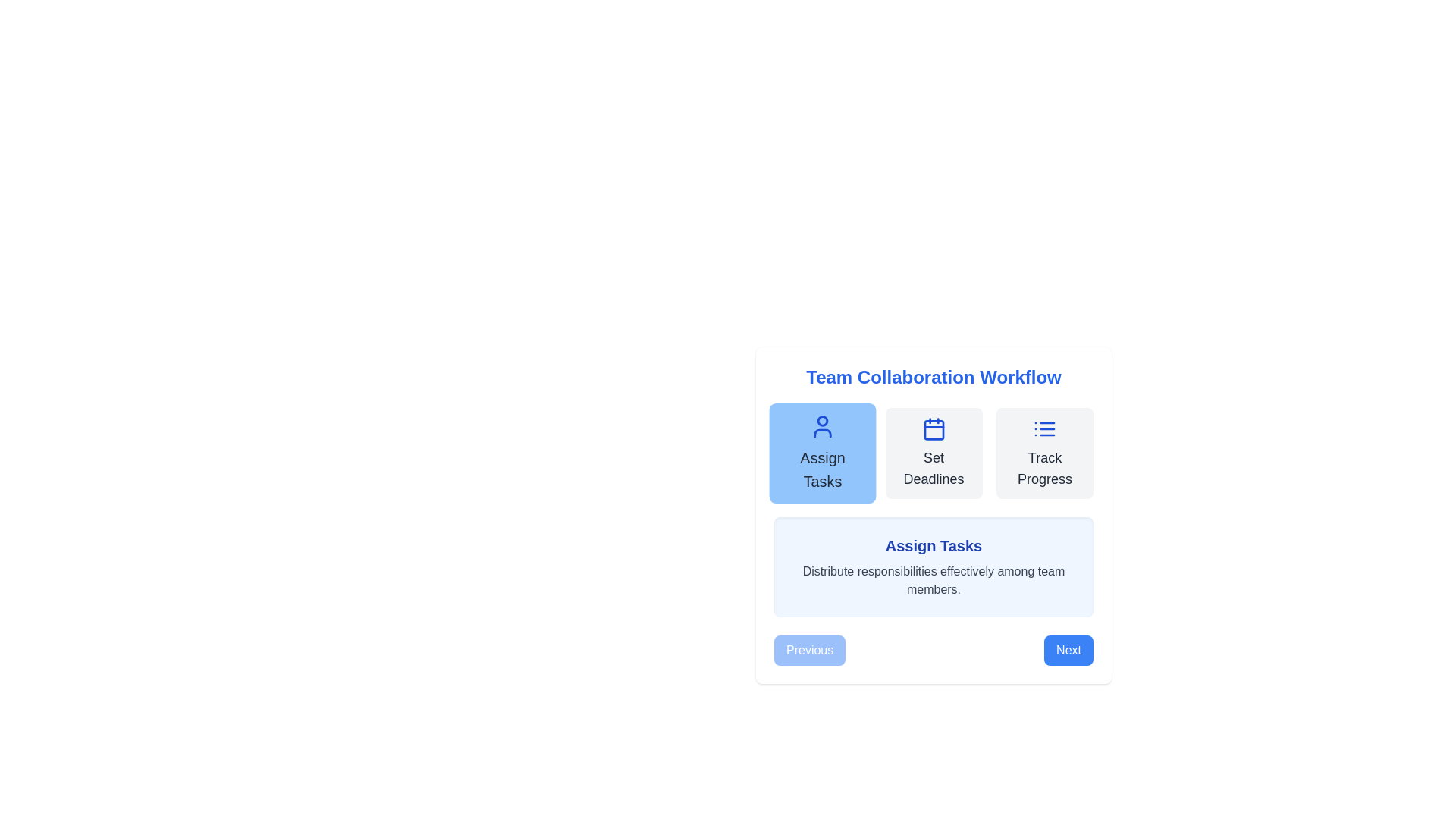 This screenshot has height=819, width=1456. Describe the element at coordinates (933, 429) in the screenshot. I see `the Icon embedded in the 'Set Deadlines' button, which is located in the middle of three horizontal buttons at the upper portion of the interface` at that location.